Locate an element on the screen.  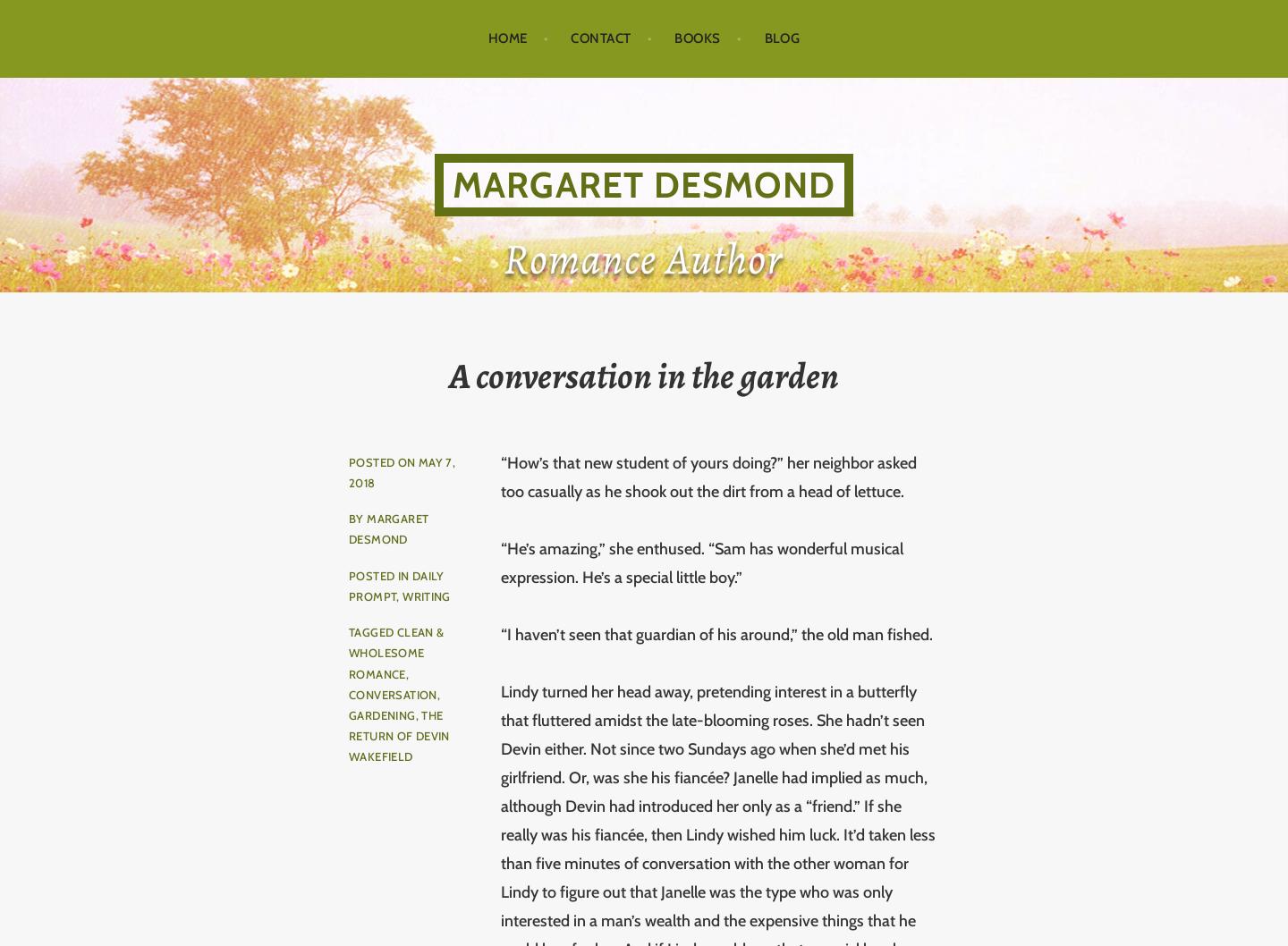
'Writing' is located at coordinates (426, 595).